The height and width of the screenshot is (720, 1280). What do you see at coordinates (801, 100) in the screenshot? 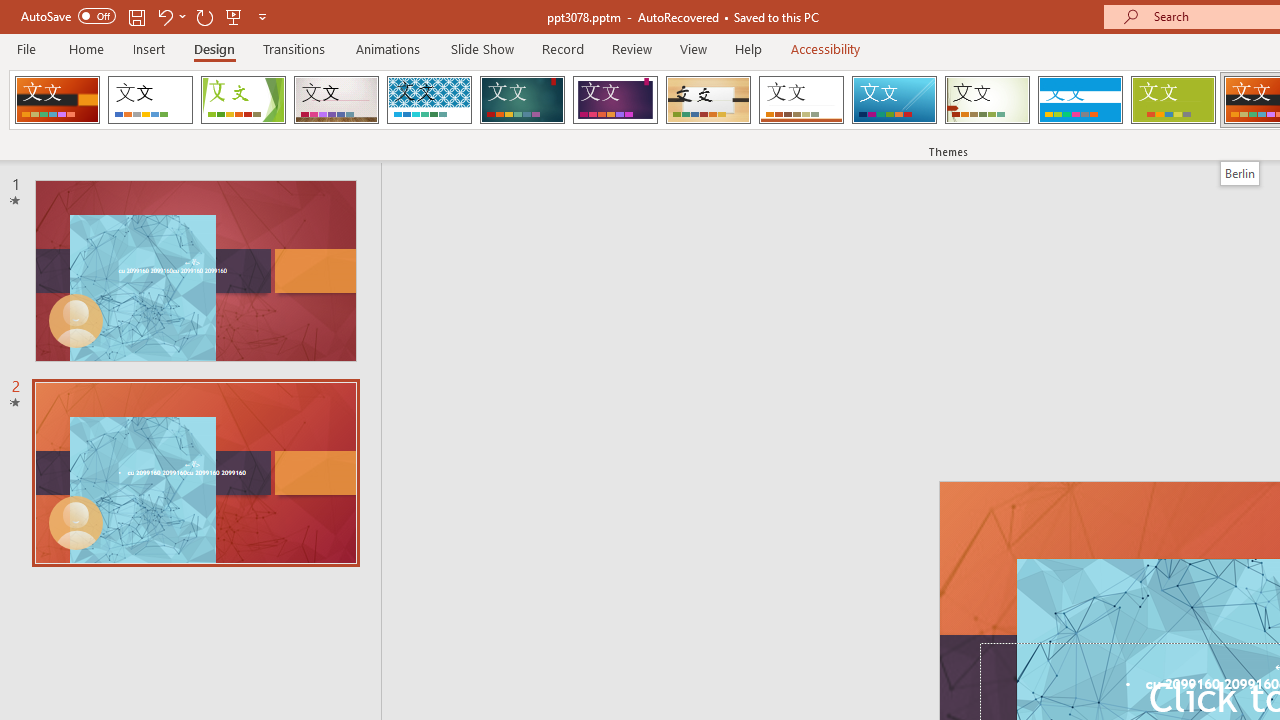
I see `'Retrospect'` at bounding box center [801, 100].